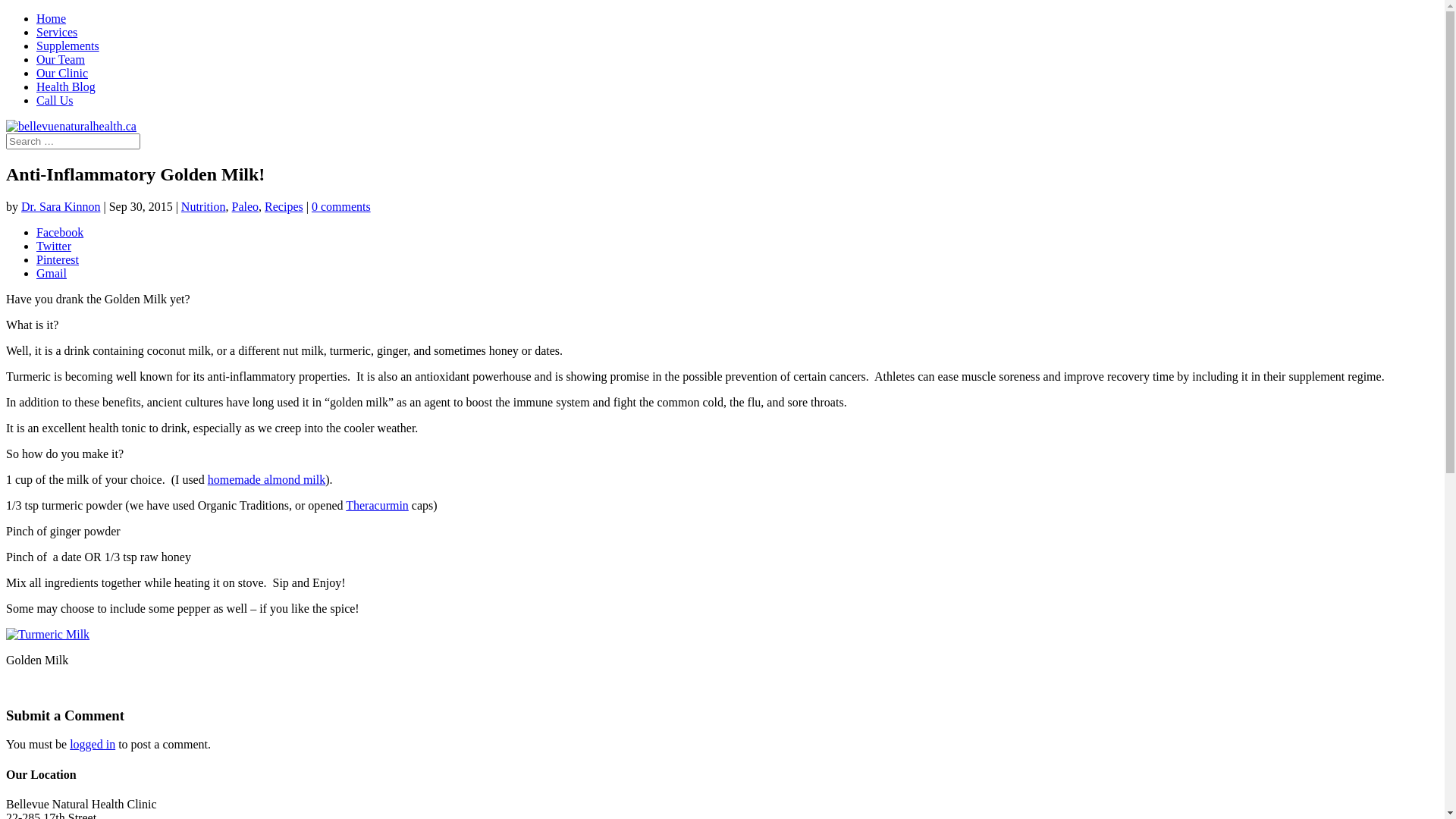 The height and width of the screenshot is (819, 1456). What do you see at coordinates (64, 86) in the screenshot?
I see `'Health Blog'` at bounding box center [64, 86].